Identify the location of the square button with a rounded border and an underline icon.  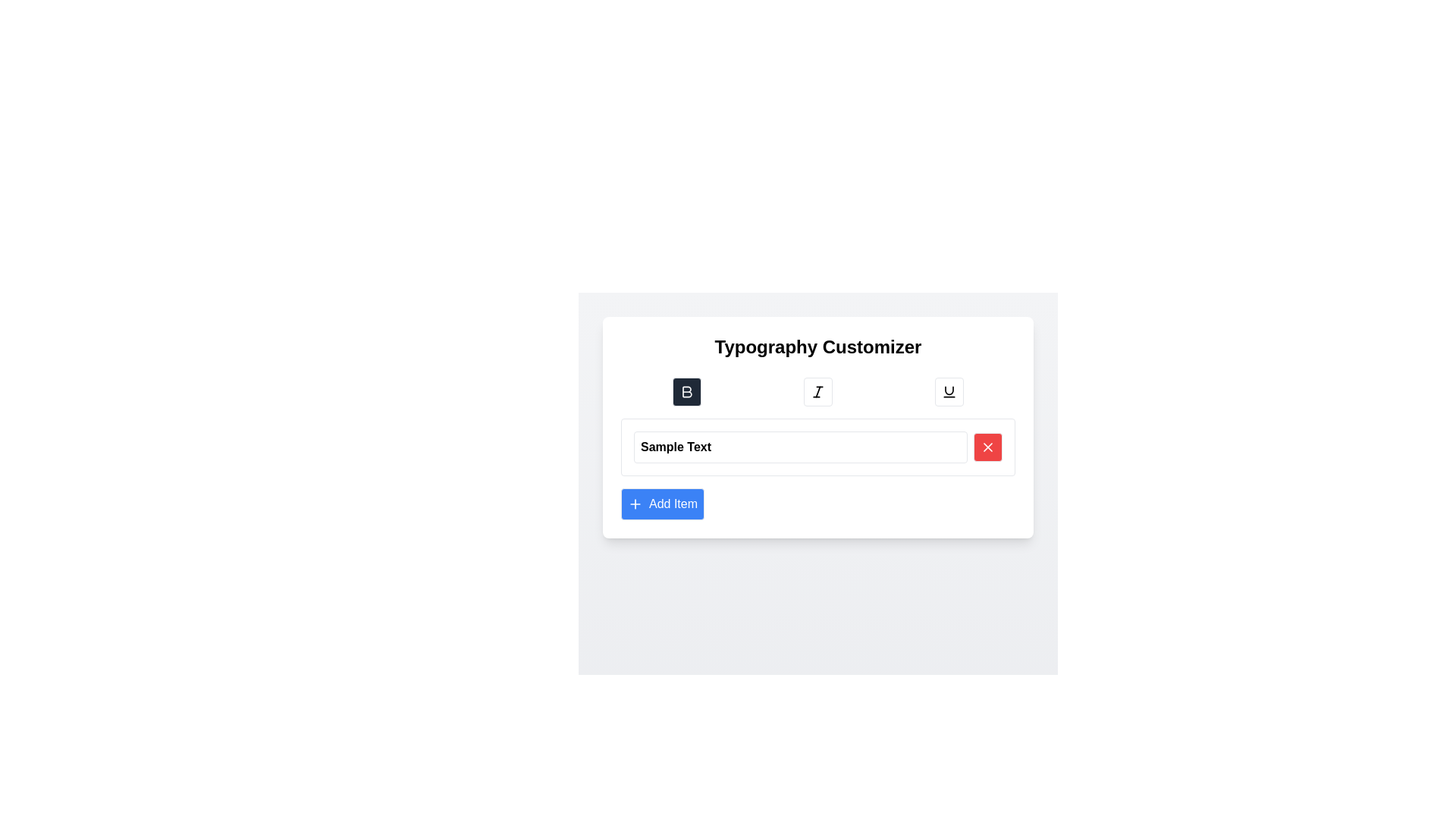
(949, 391).